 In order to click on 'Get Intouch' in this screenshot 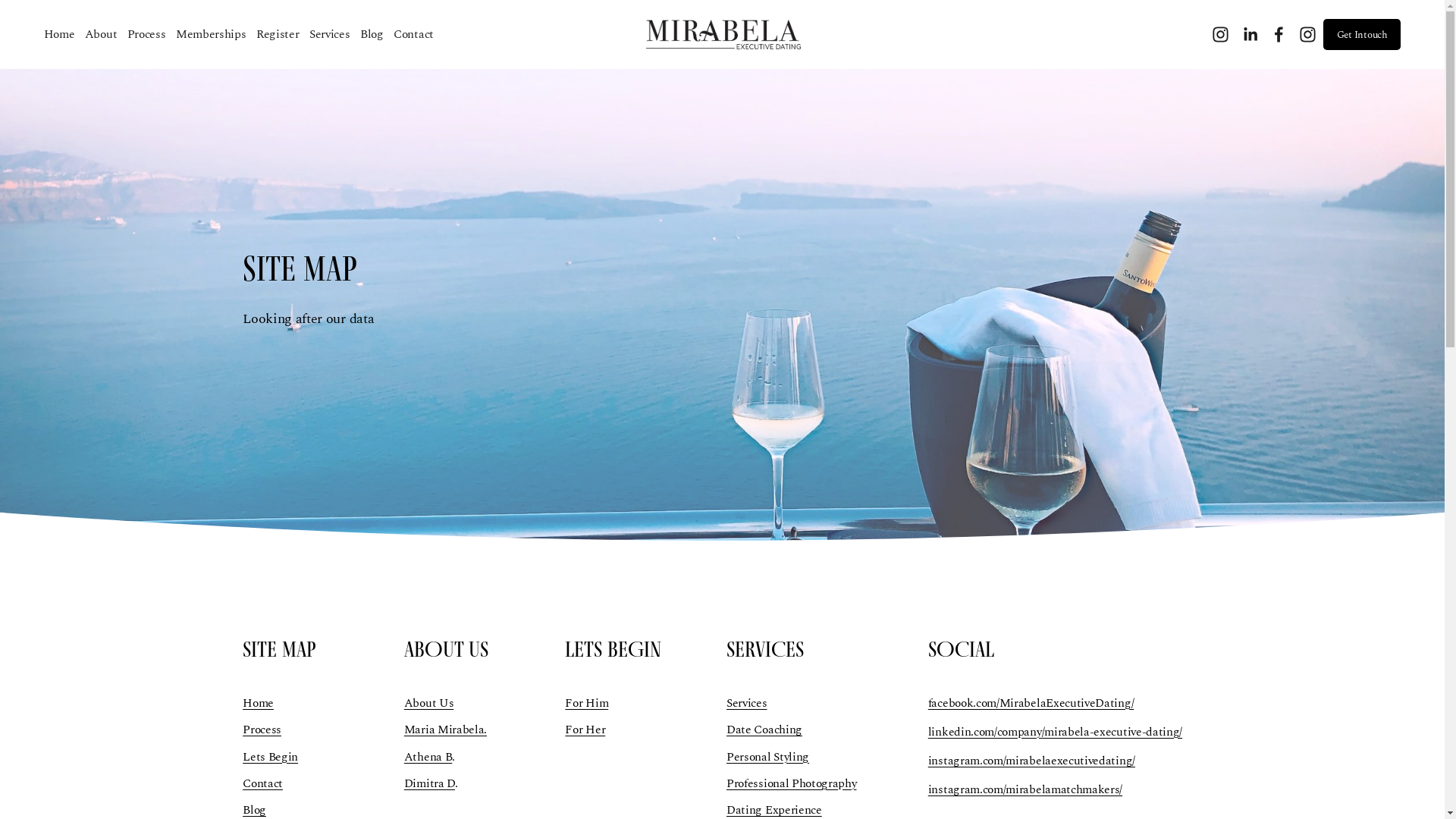, I will do `click(1323, 34)`.